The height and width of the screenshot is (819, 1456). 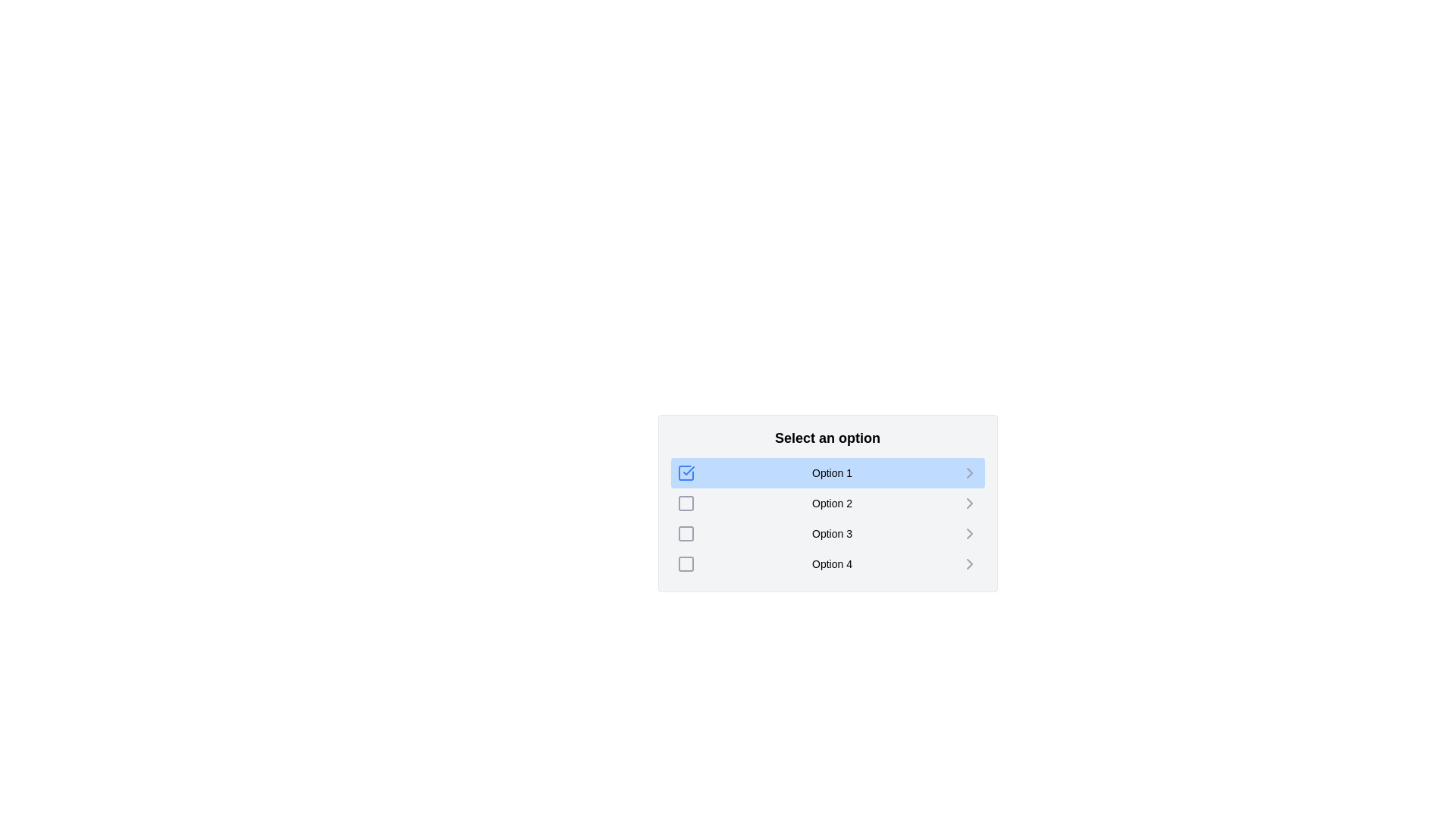 I want to click on the text label displaying 'Option 3' which is centrally aligned in the third row of the options list under the header 'Select an option', so click(x=831, y=533).